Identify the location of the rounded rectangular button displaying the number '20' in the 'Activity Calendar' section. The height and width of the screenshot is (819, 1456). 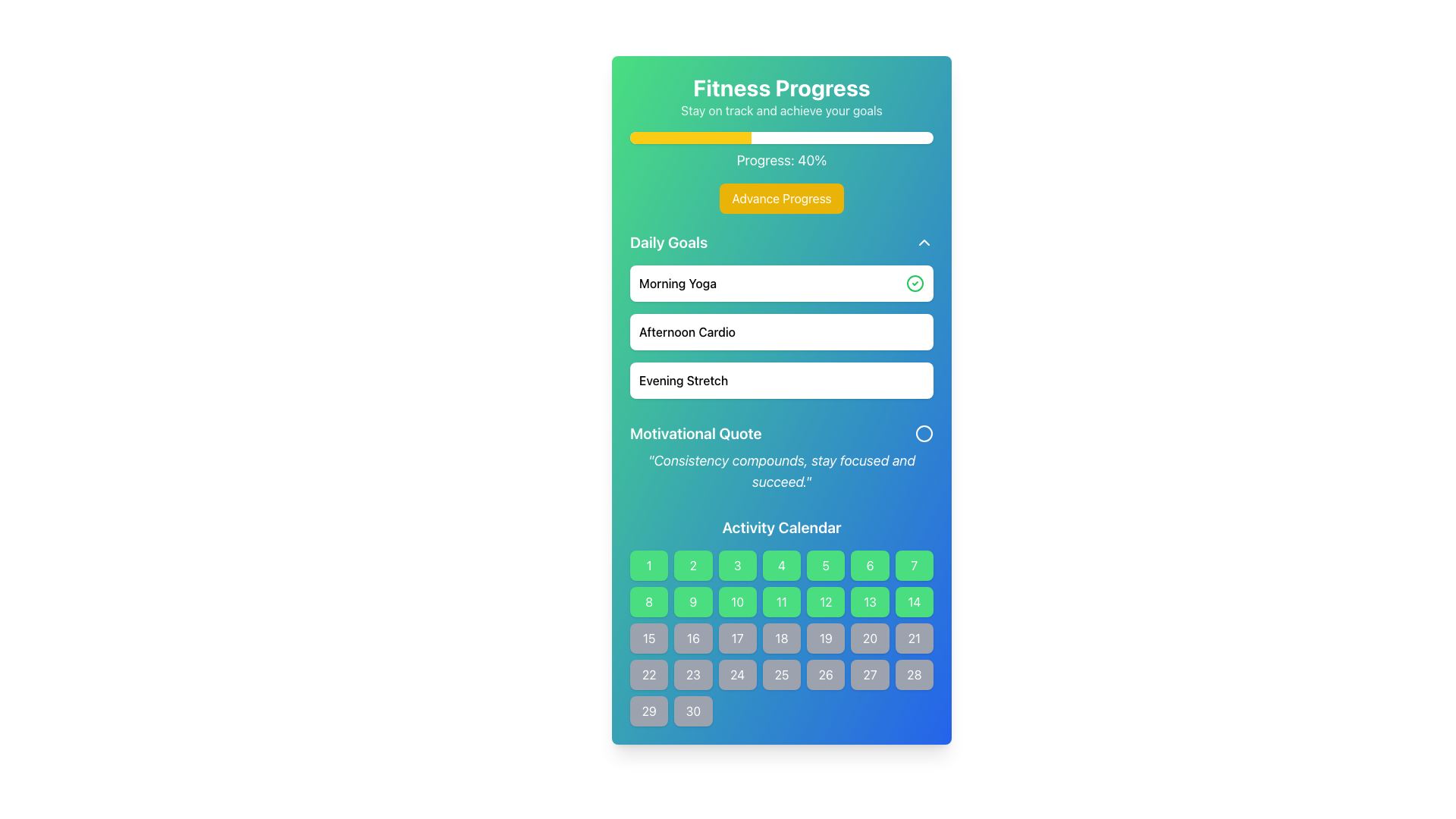
(870, 638).